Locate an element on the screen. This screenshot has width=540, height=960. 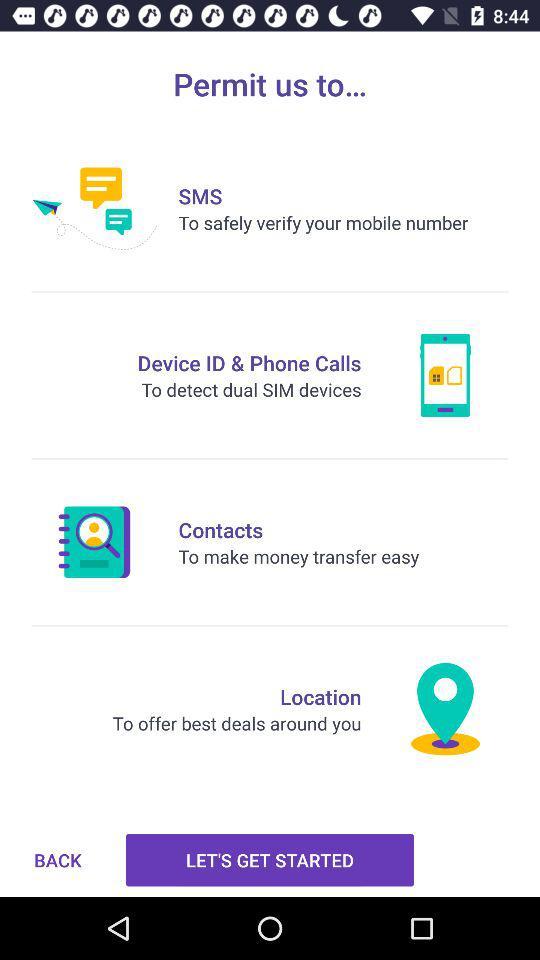
the let s get icon is located at coordinates (270, 859).